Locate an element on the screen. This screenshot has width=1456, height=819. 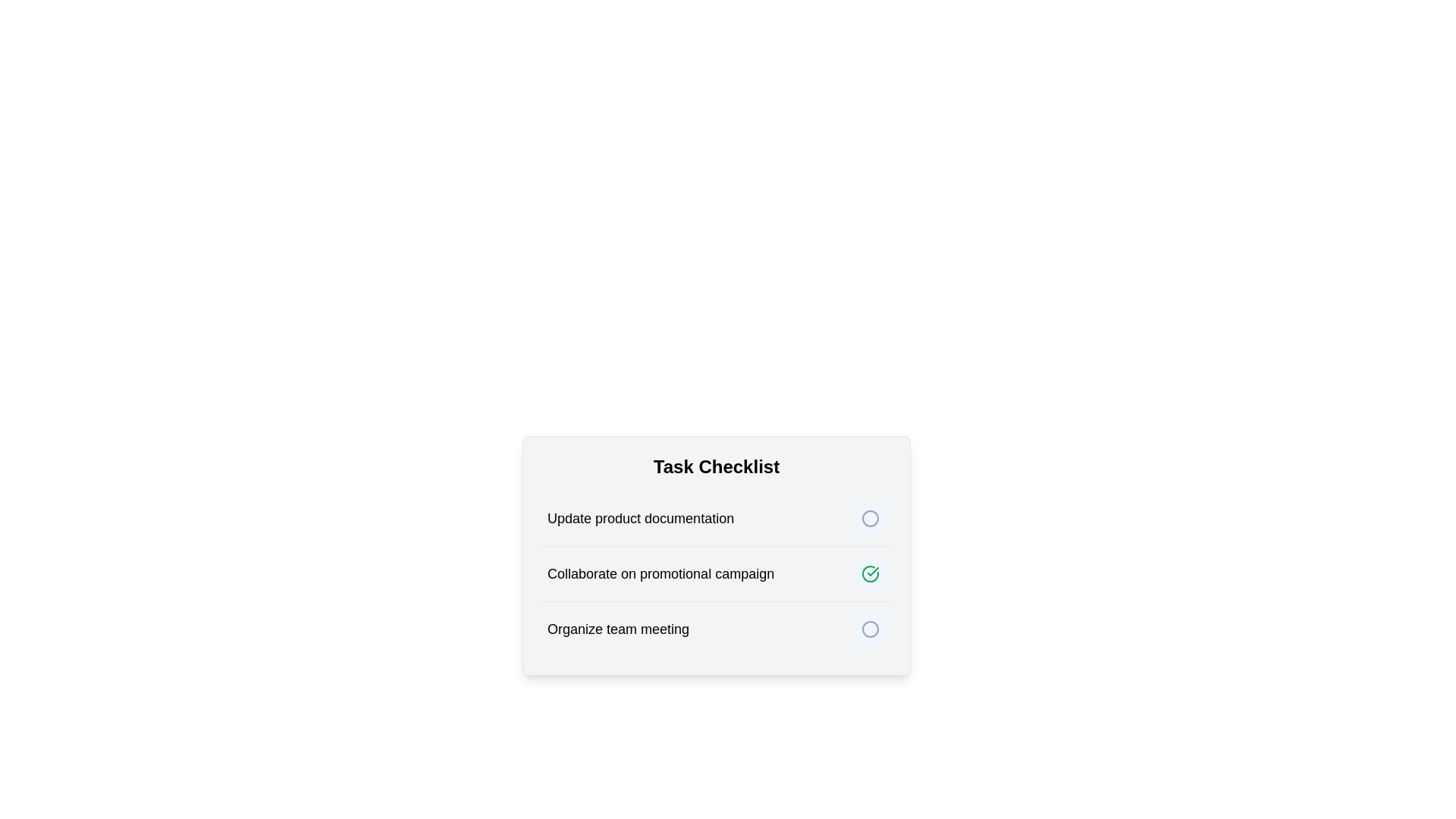
the interactive circular button with a light blue background and gray border, located to the right of 'Organize team meeting' in the bottom row of the checklist is located at coordinates (870, 629).